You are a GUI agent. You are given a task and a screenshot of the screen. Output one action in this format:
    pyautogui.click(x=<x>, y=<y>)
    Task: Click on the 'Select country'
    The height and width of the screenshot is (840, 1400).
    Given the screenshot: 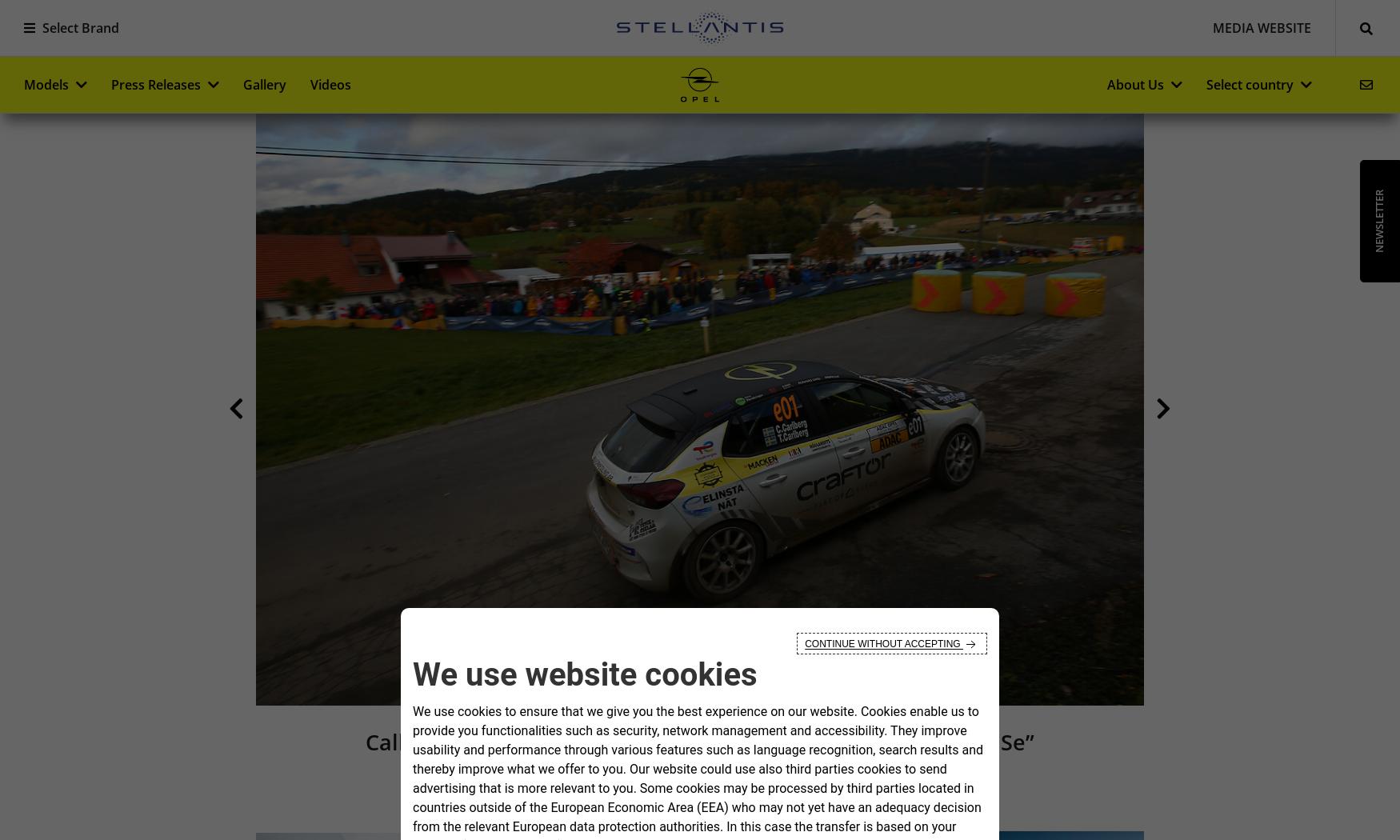 What is the action you would take?
    pyautogui.click(x=1226, y=85)
    